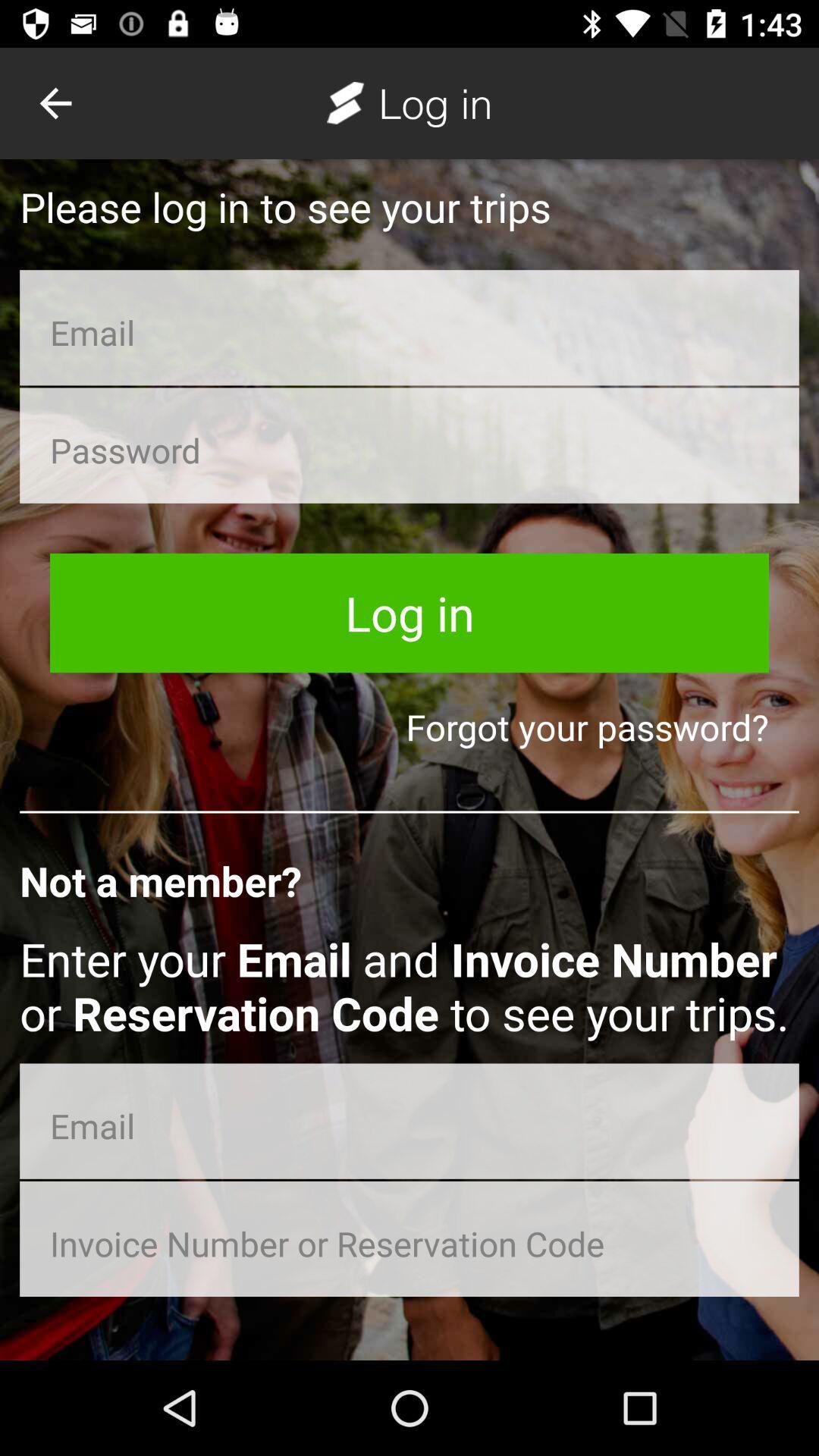  What do you see at coordinates (409, 726) in the screenshot?
I see `item below the log in item` at bounding box center [409, 726].